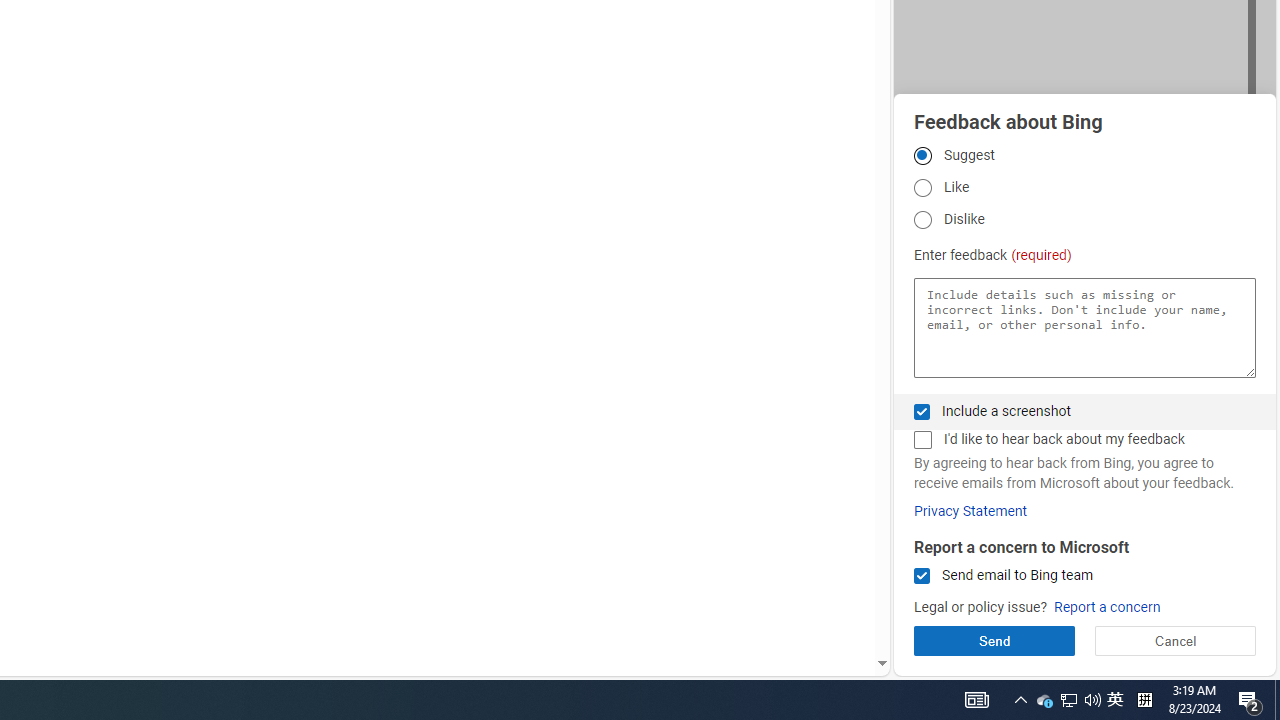  I want to click on 'Send', so click(994, 640).